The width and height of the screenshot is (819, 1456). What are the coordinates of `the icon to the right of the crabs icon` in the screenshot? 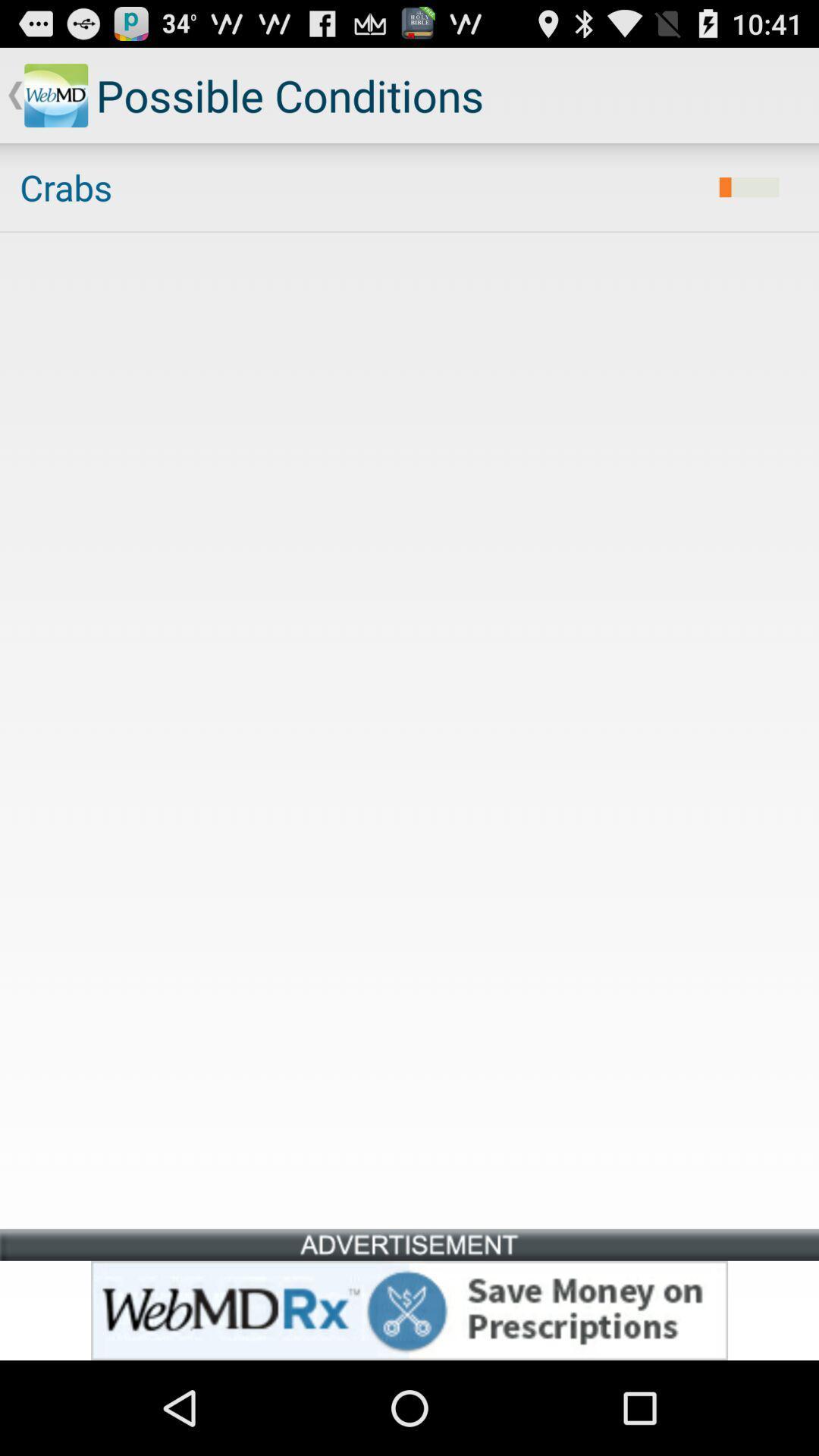 It's located at (748, 187).